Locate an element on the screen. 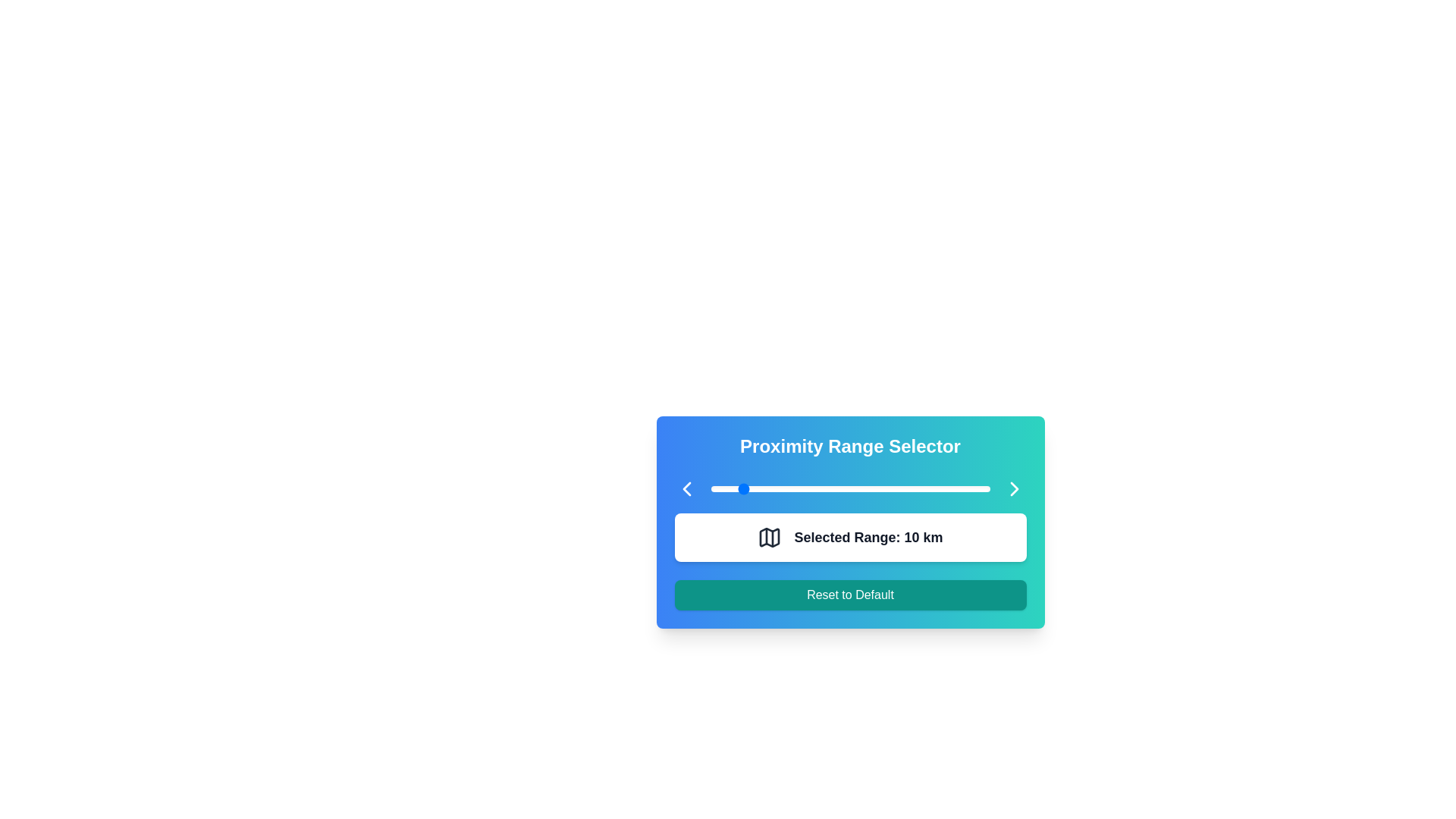 This screenshot has height=819, width=1456. the proximity range is located at coordinates (967, 488).